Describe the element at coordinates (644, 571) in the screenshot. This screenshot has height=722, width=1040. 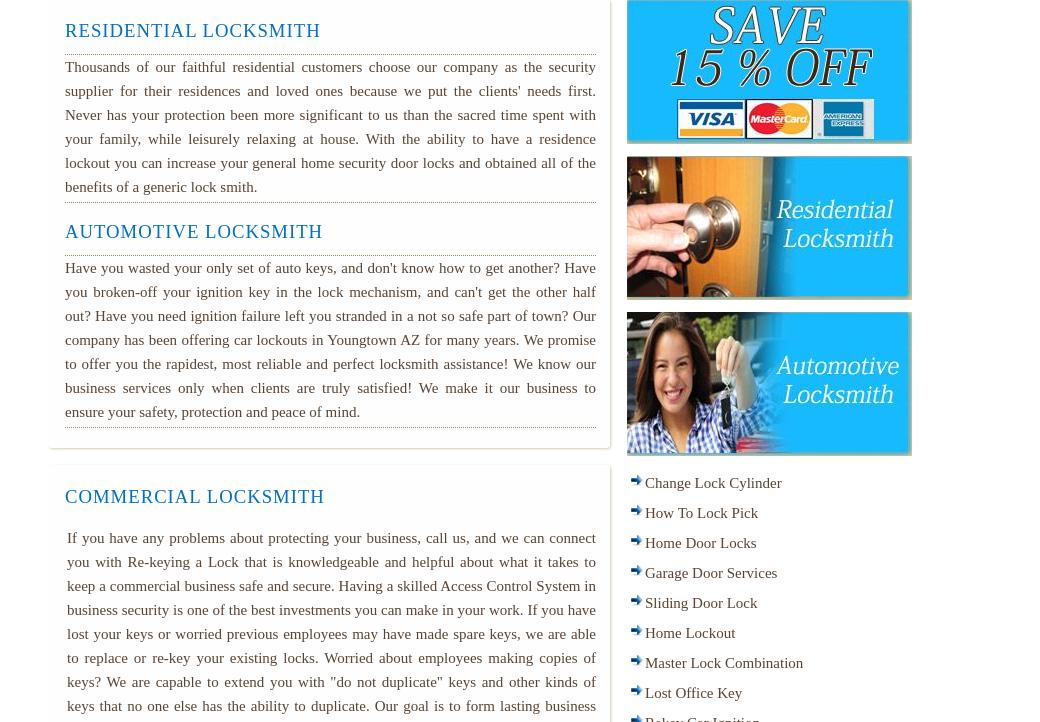
I see `'Garage Door Services'` at that location.